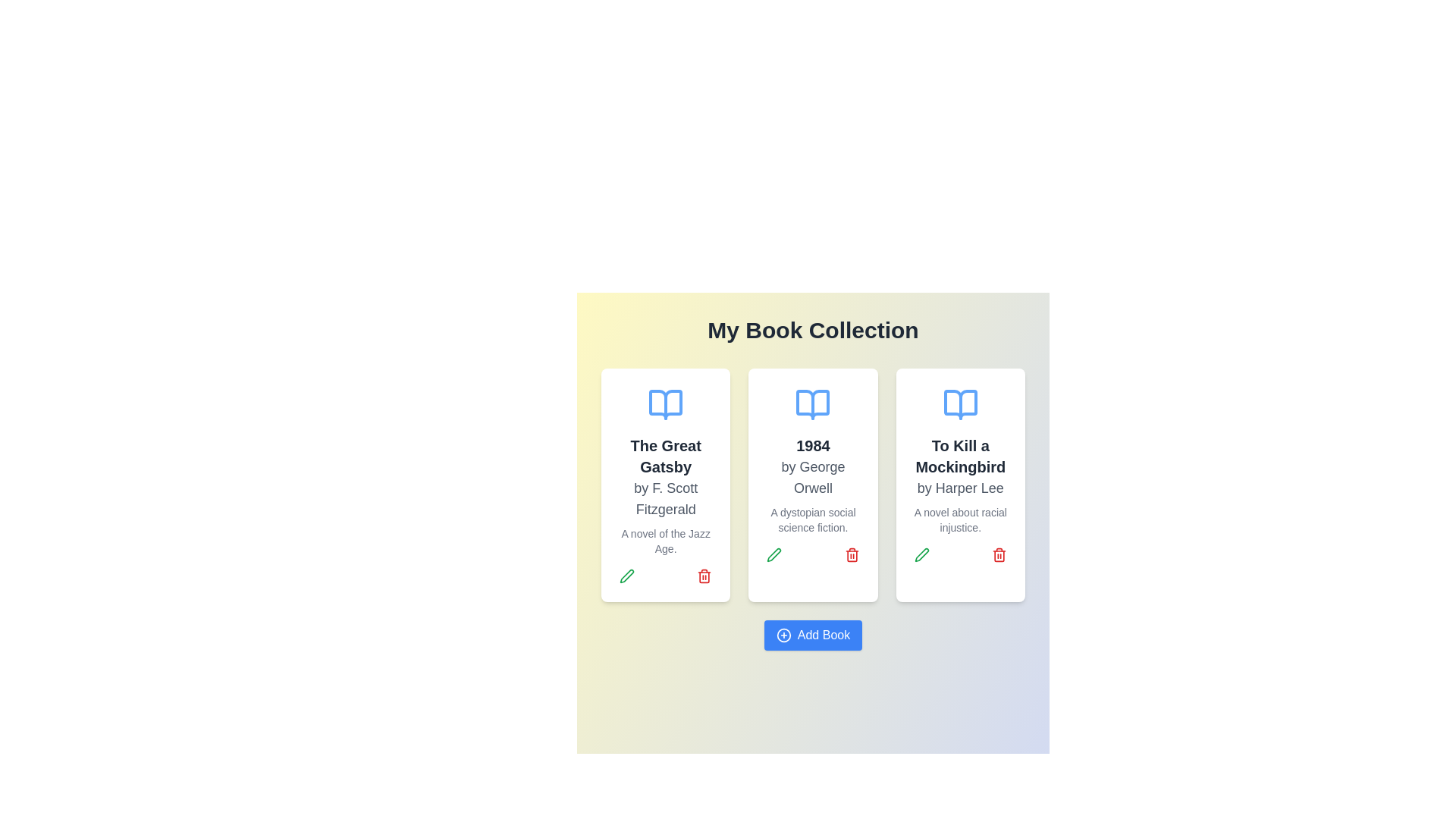  I want to click on to select the book entry card displayed in the rightmost position of the 'My Book Collection' section, so click(959, 485).